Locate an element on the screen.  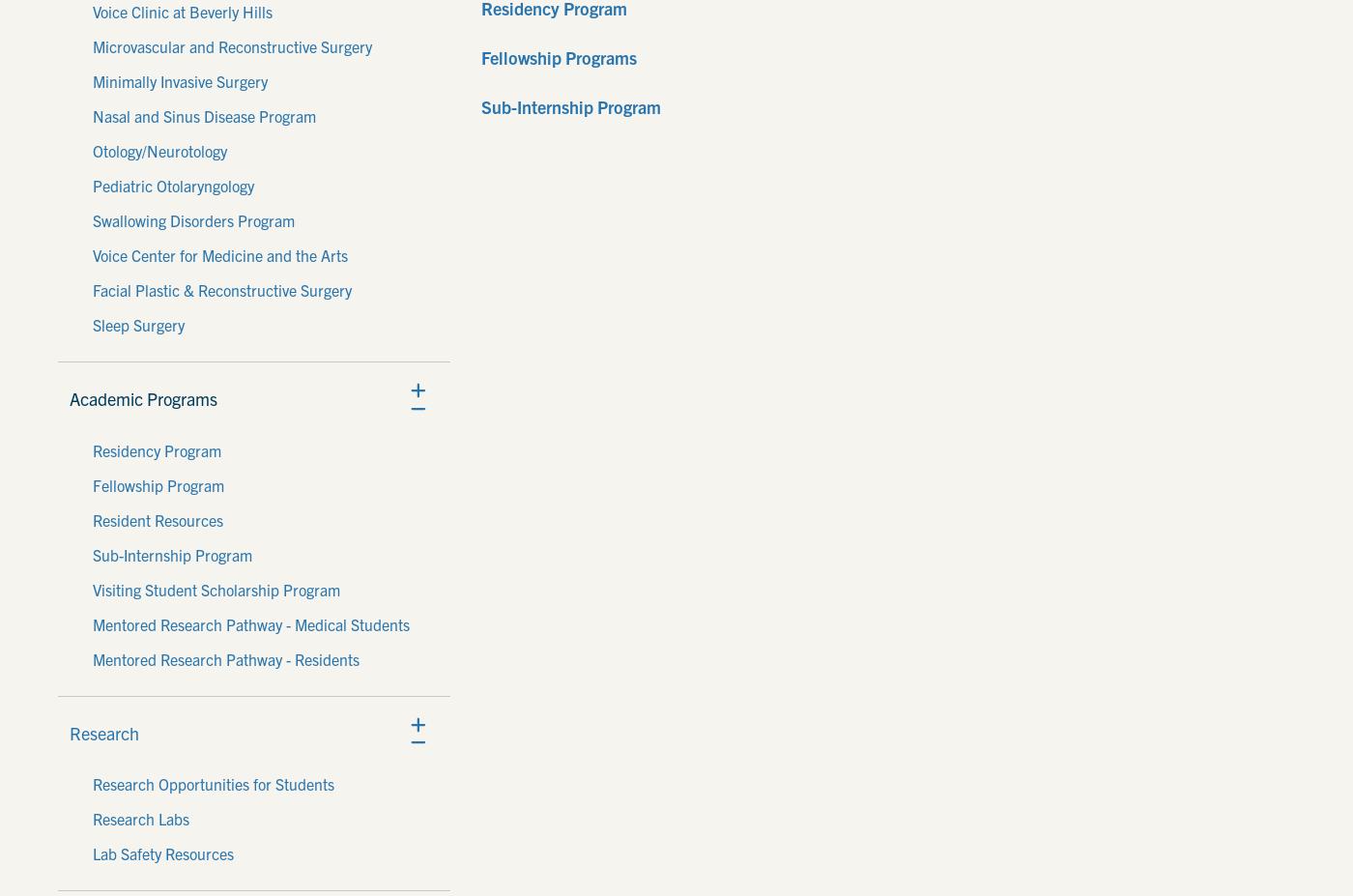
'Voice Clinic at Beverly Hills' is located at coordinates (183, 10).